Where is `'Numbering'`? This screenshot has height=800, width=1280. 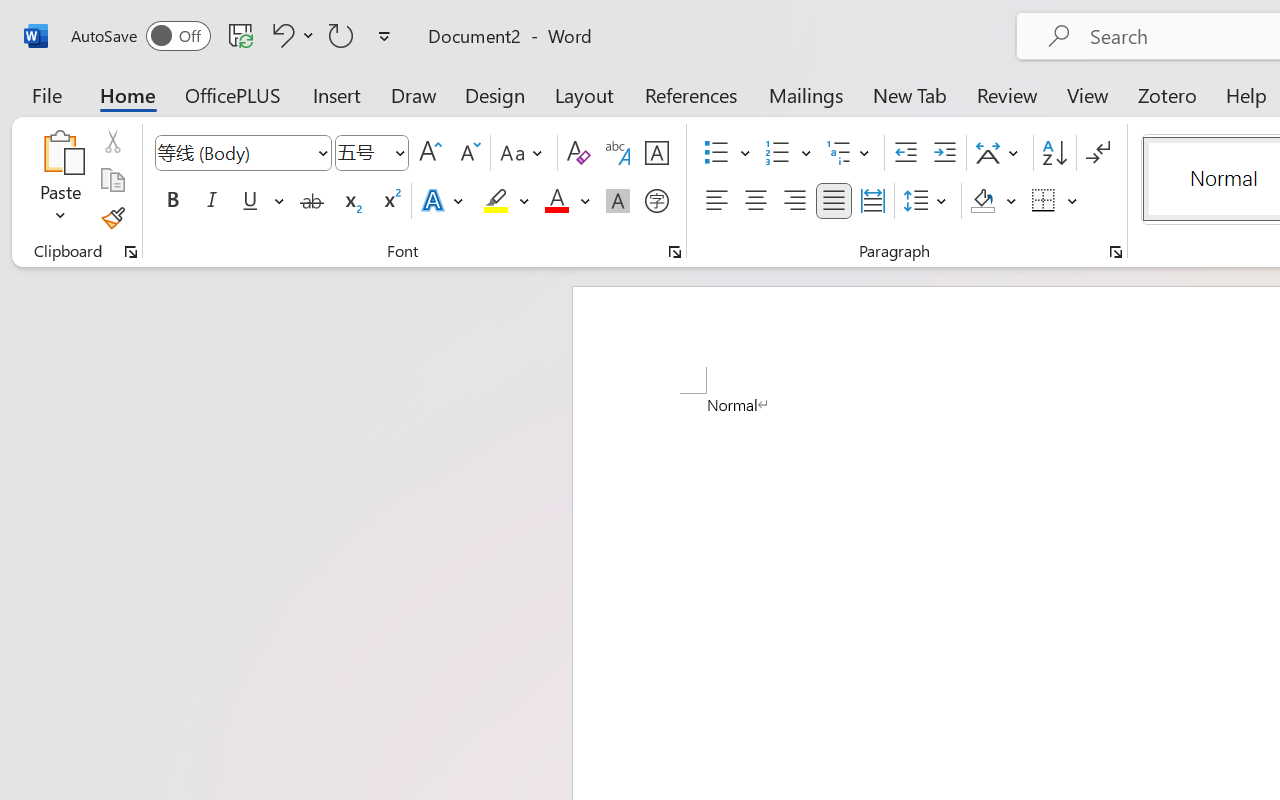 'Numbering' is located at coordinates (777, 153).